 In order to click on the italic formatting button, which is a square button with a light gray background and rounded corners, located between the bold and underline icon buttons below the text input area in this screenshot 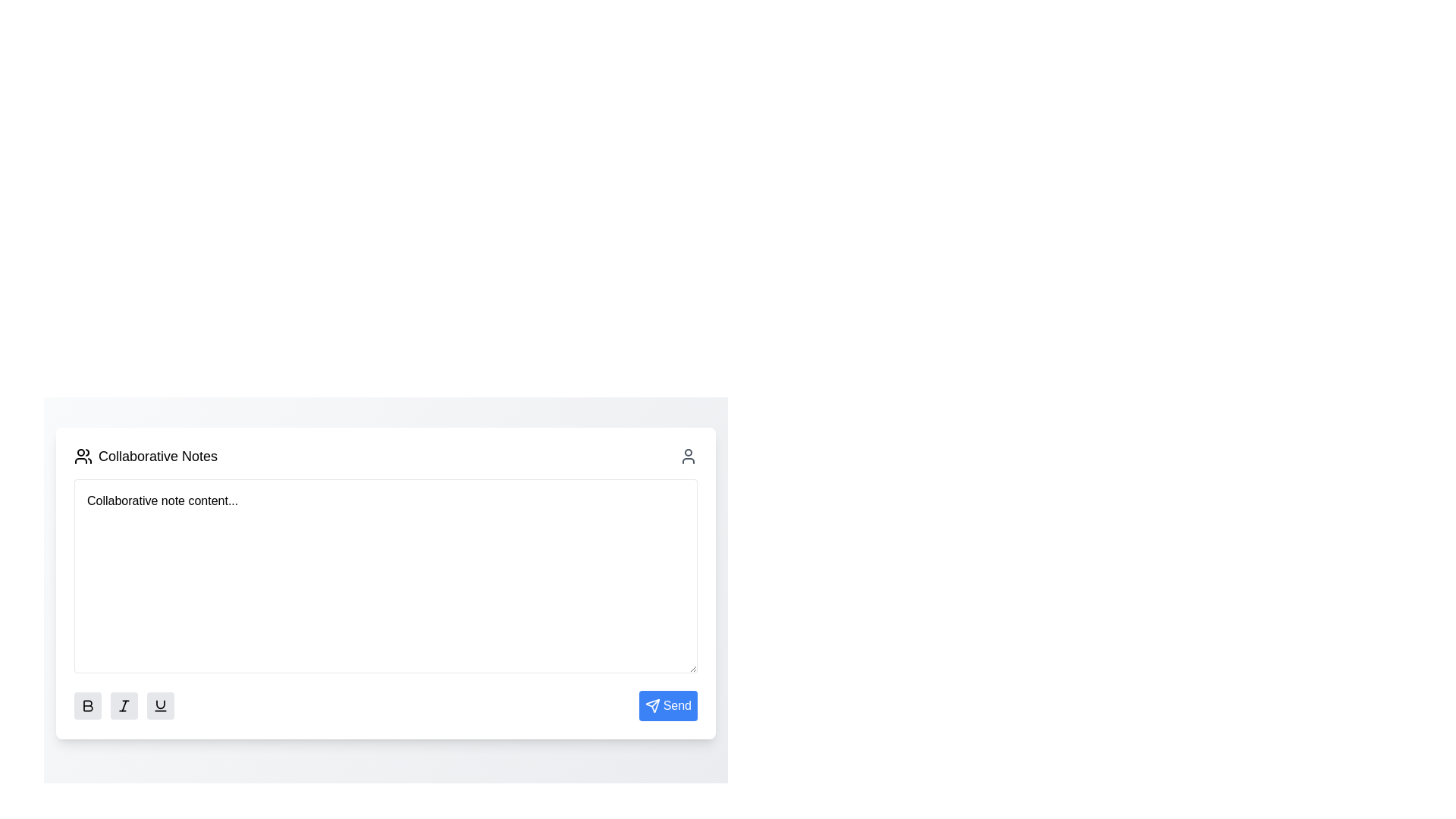, I will do `click(124, 705)`.